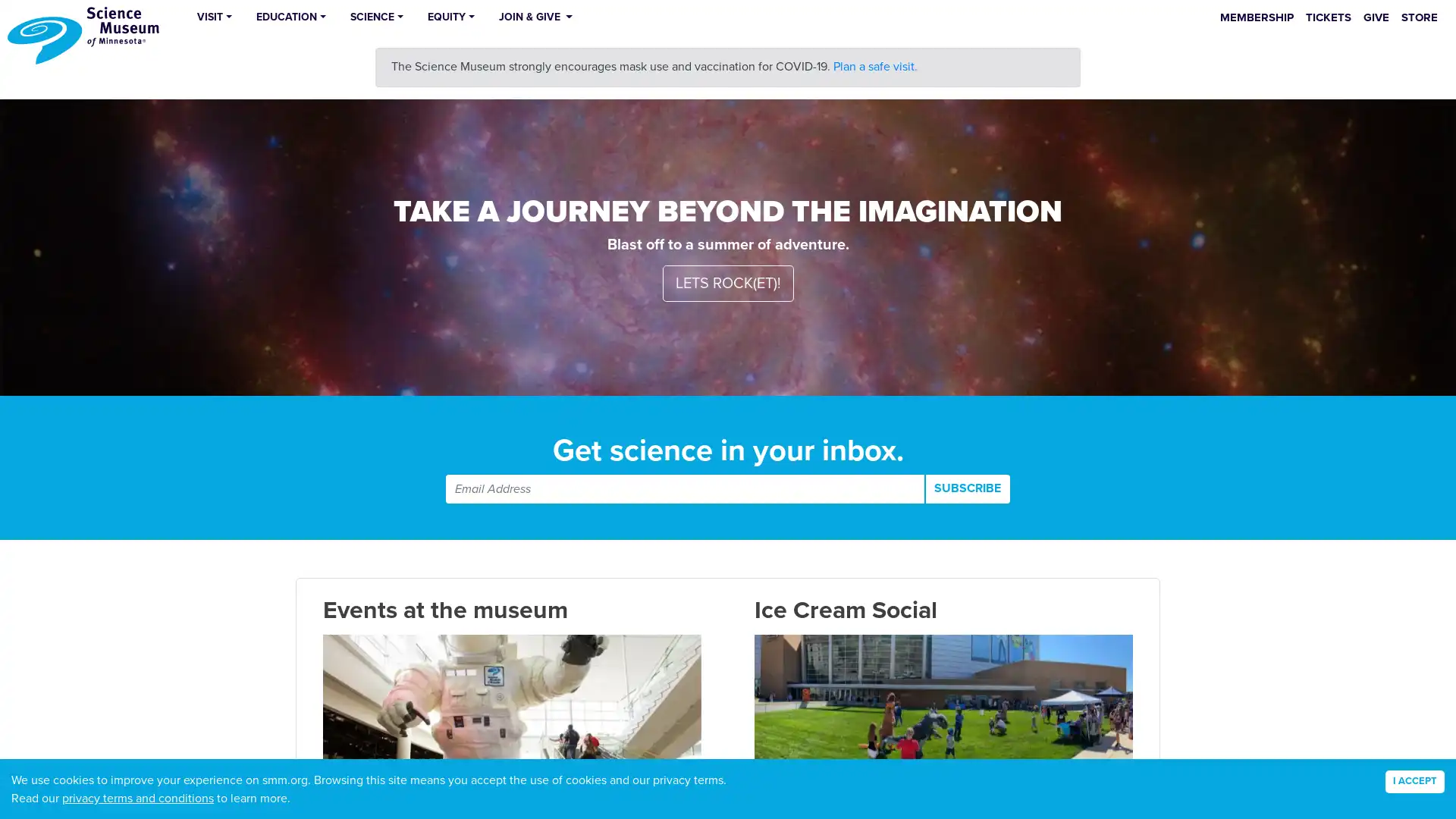  Describe the element at coordinates (726, 284) in the screenshot. I see `LETS ROCK(ET)!` at that location.